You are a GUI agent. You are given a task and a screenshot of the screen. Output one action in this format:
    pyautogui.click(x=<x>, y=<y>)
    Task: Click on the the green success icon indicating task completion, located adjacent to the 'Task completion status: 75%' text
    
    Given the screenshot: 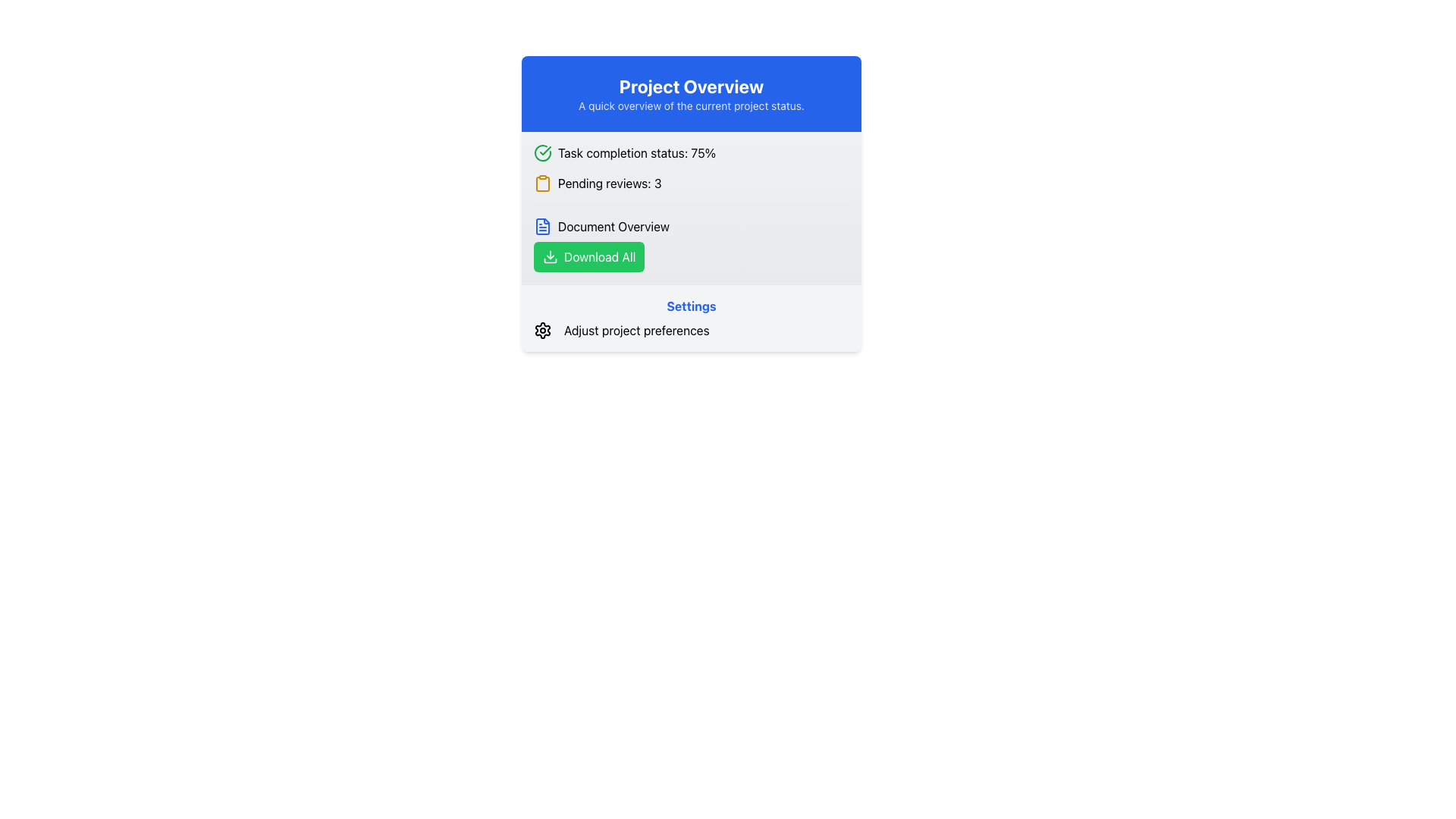 What is the action you would take?
    pyautogui.click(x=545, y=151)
    